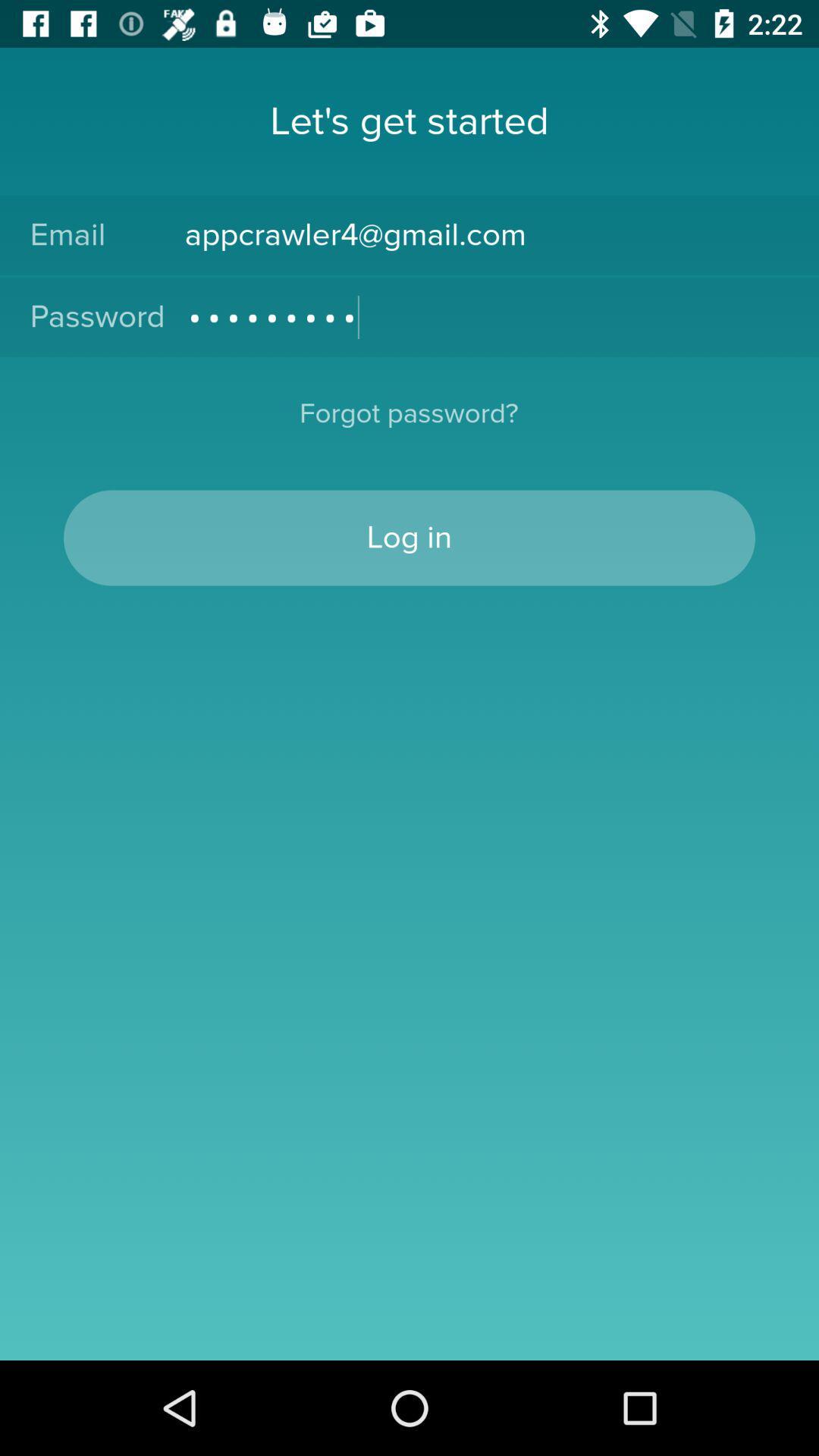 The height and width of the screenshot is (1456, 819). What do you see at coordinates (486, 234) in the screenshot?
I see `the appcrawler4@gmail.com icon` at bounding box center [486, 234].